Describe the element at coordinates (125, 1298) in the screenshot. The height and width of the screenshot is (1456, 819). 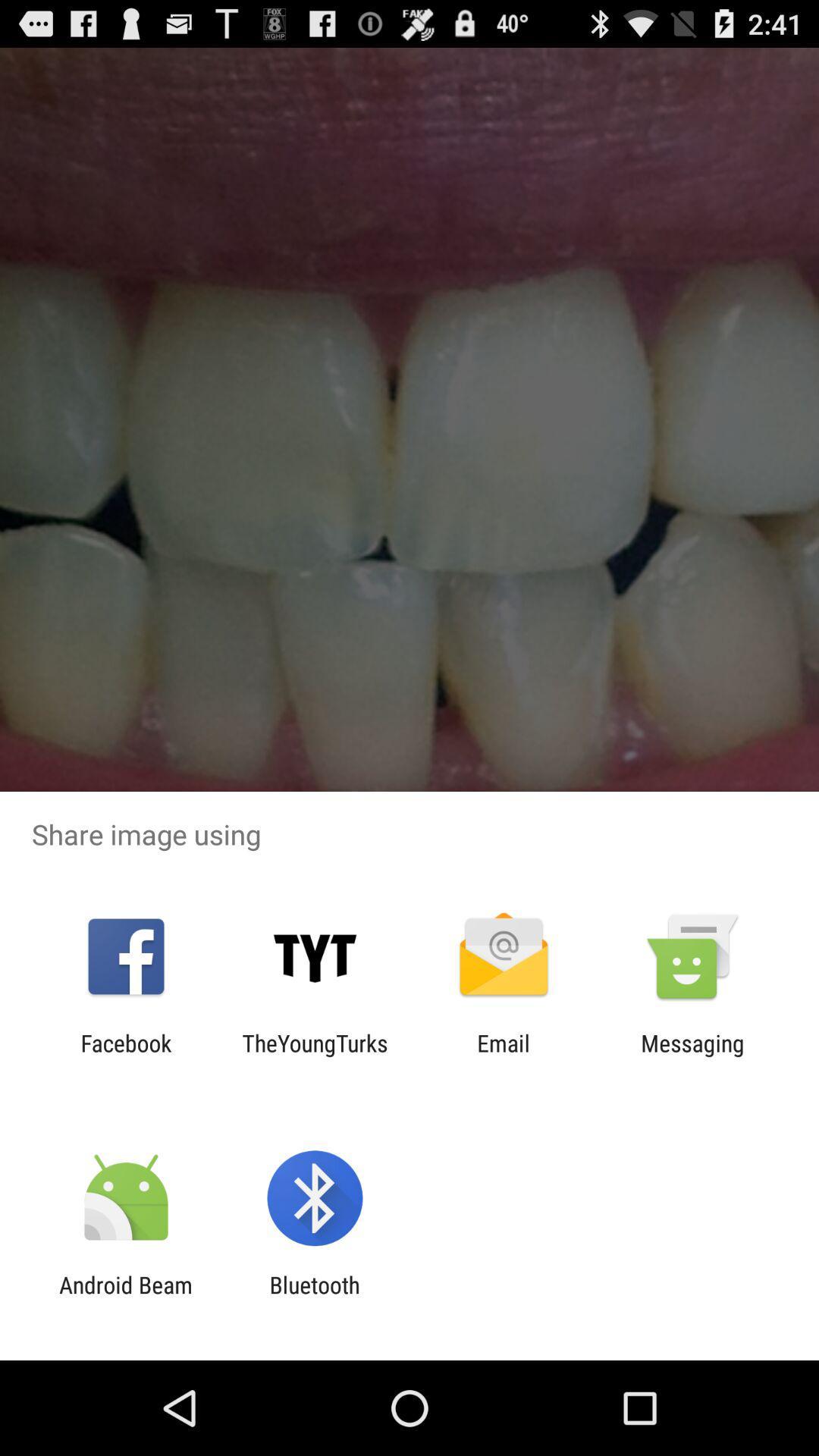
I see `the android beam app` at that location.